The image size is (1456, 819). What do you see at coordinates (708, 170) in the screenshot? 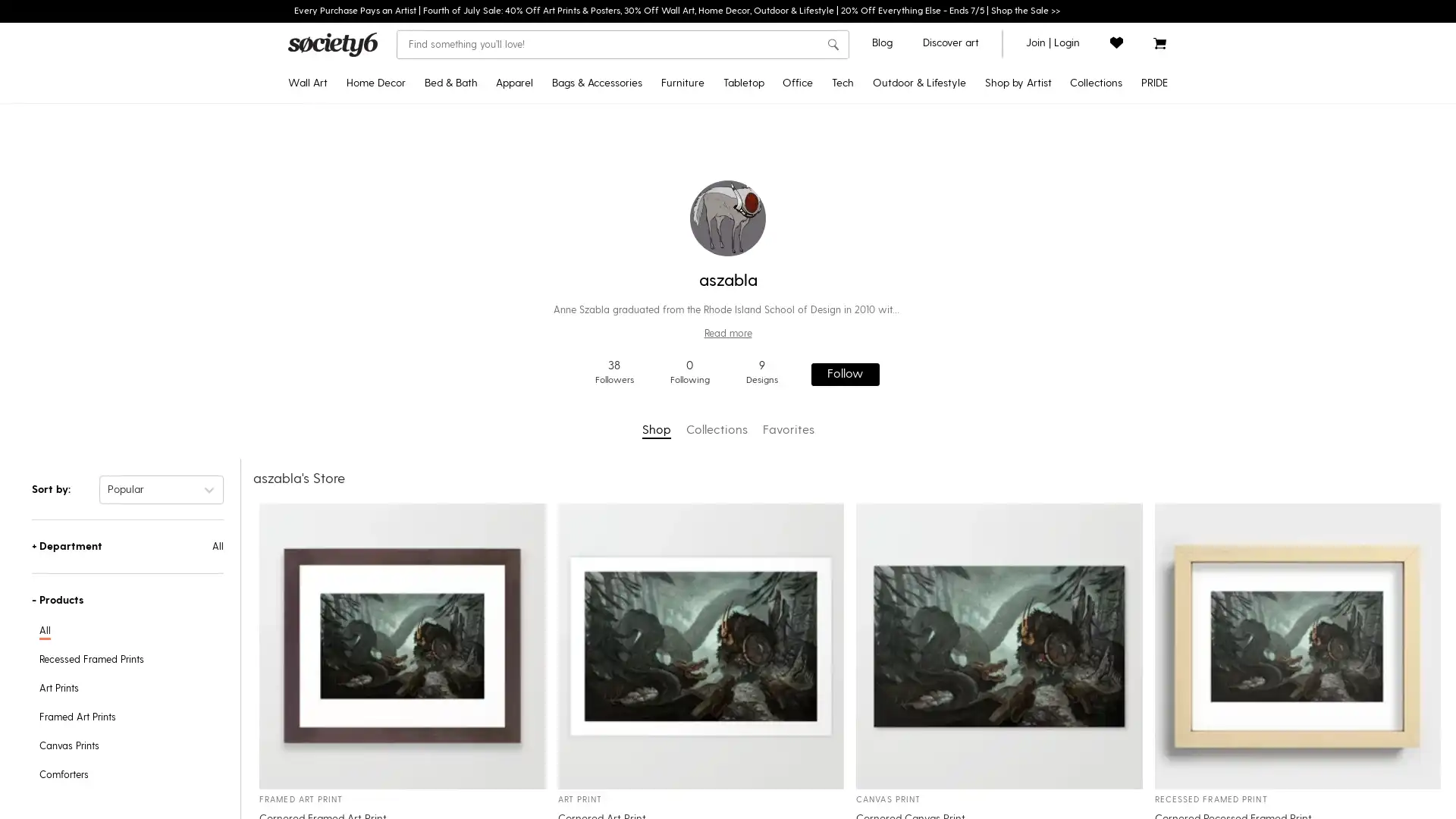
I see `Bar Stools` at bounding box center [708, 170].